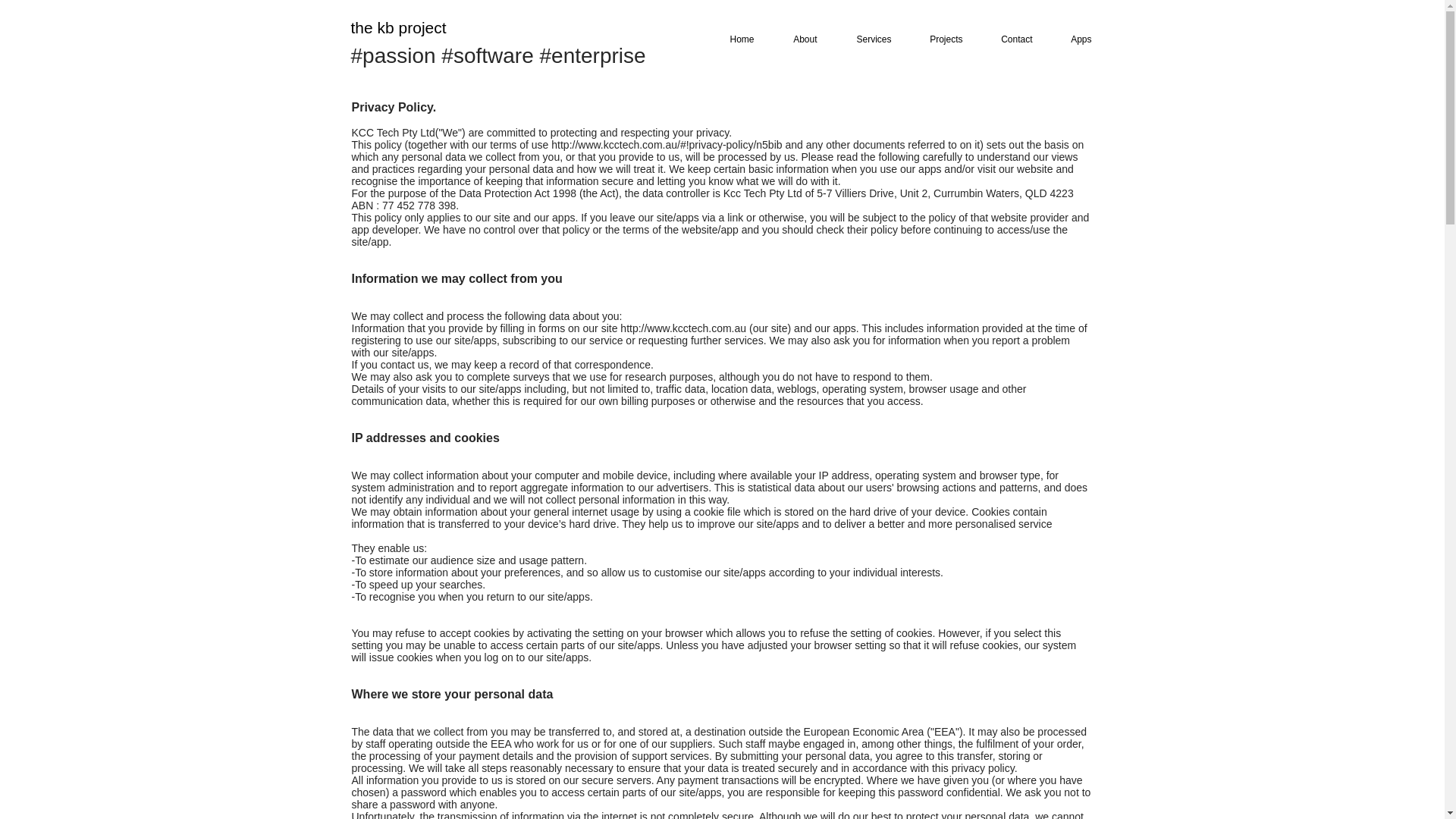  I want to click on 'http://www.kcctech.com.au/#!privacy-policy/n5bib', so click(666, 145).